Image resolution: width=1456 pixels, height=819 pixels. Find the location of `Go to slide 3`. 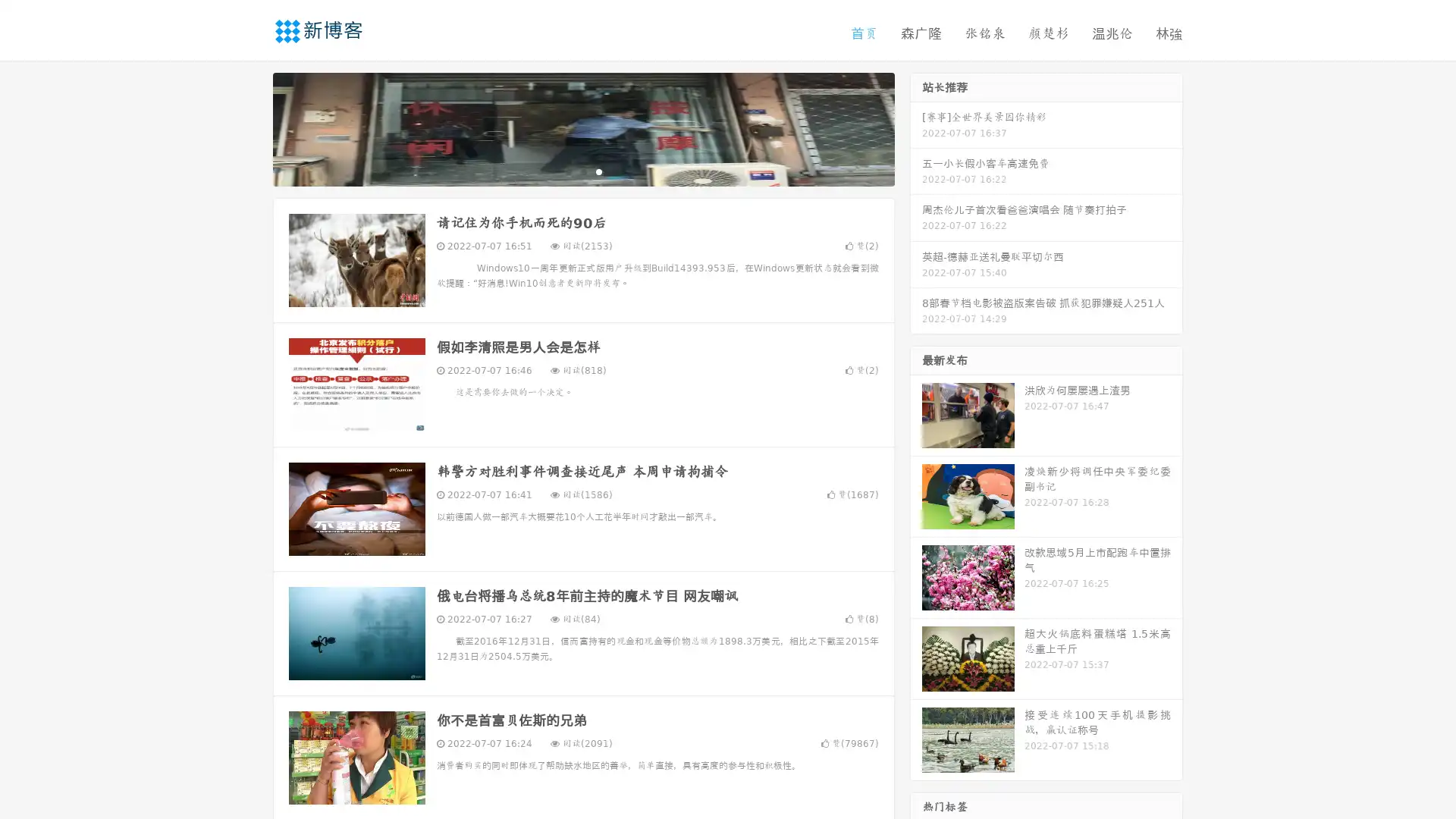

Go to slide 3 is located at coordinates (598, 171).